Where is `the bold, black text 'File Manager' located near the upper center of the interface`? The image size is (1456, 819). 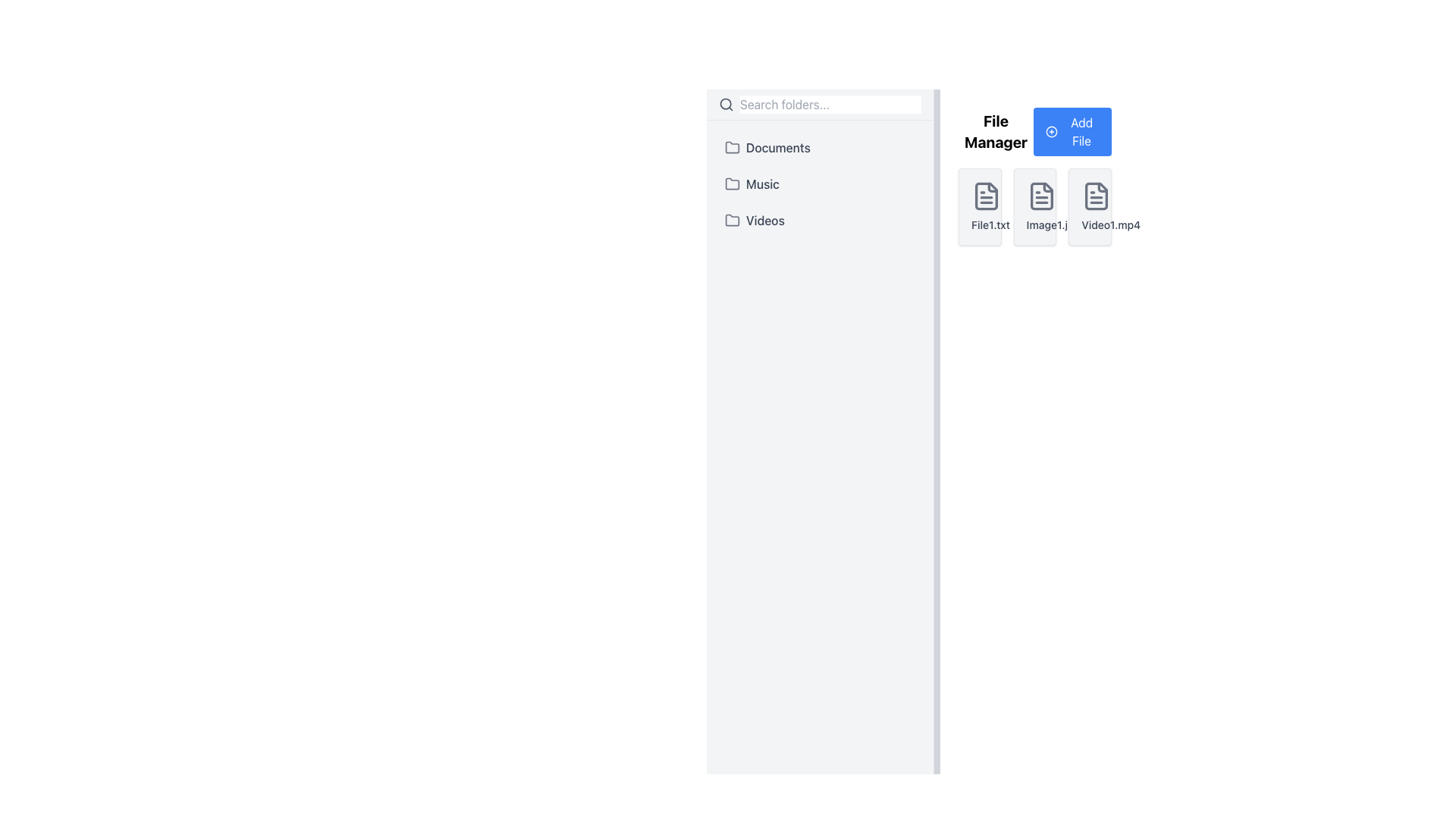
the bold, black text 'File Manager' located near the upper center of the interface is located at coordinates (996, 130).